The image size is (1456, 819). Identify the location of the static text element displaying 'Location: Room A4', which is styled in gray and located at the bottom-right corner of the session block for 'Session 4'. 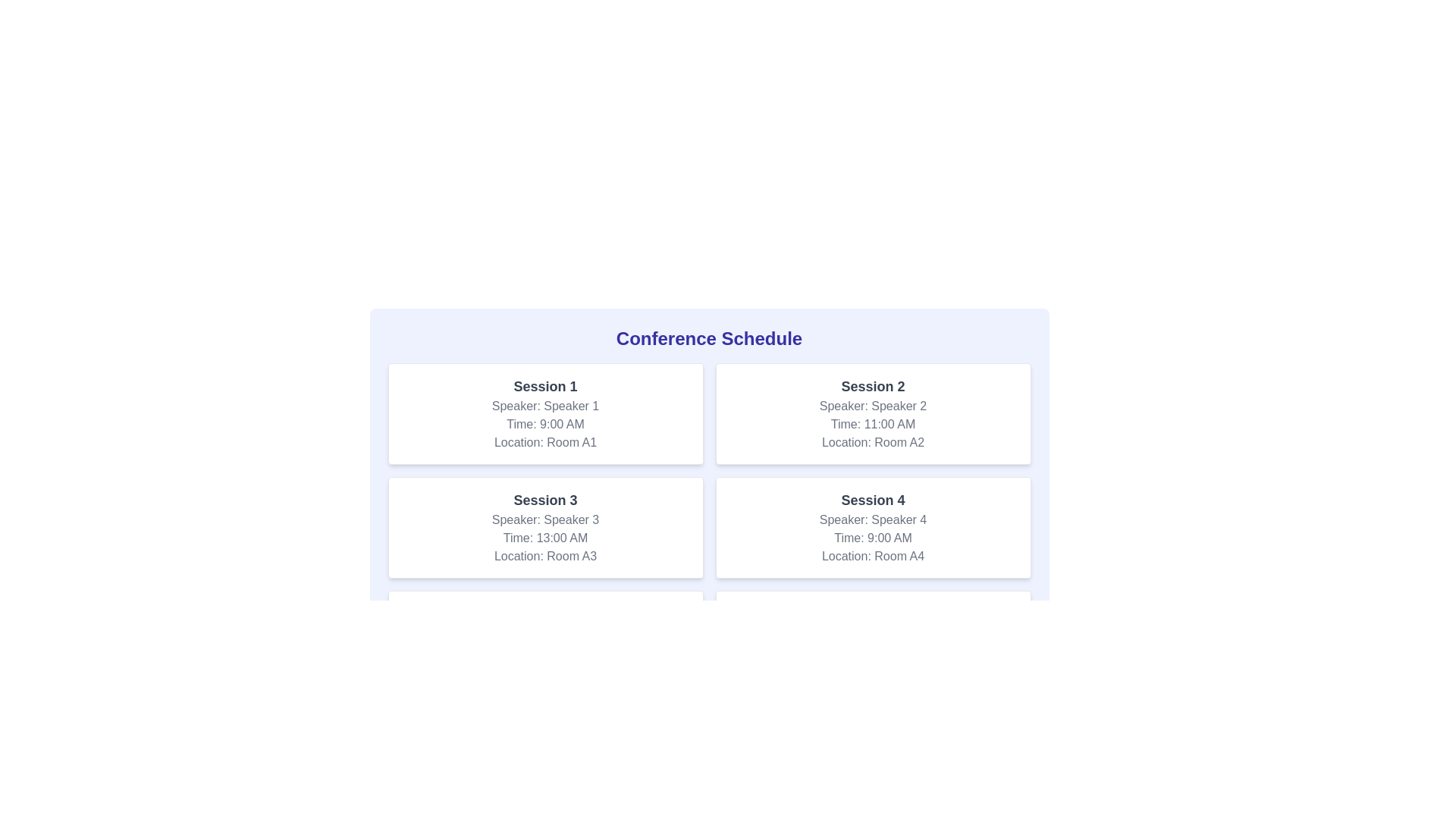
(873, 556).